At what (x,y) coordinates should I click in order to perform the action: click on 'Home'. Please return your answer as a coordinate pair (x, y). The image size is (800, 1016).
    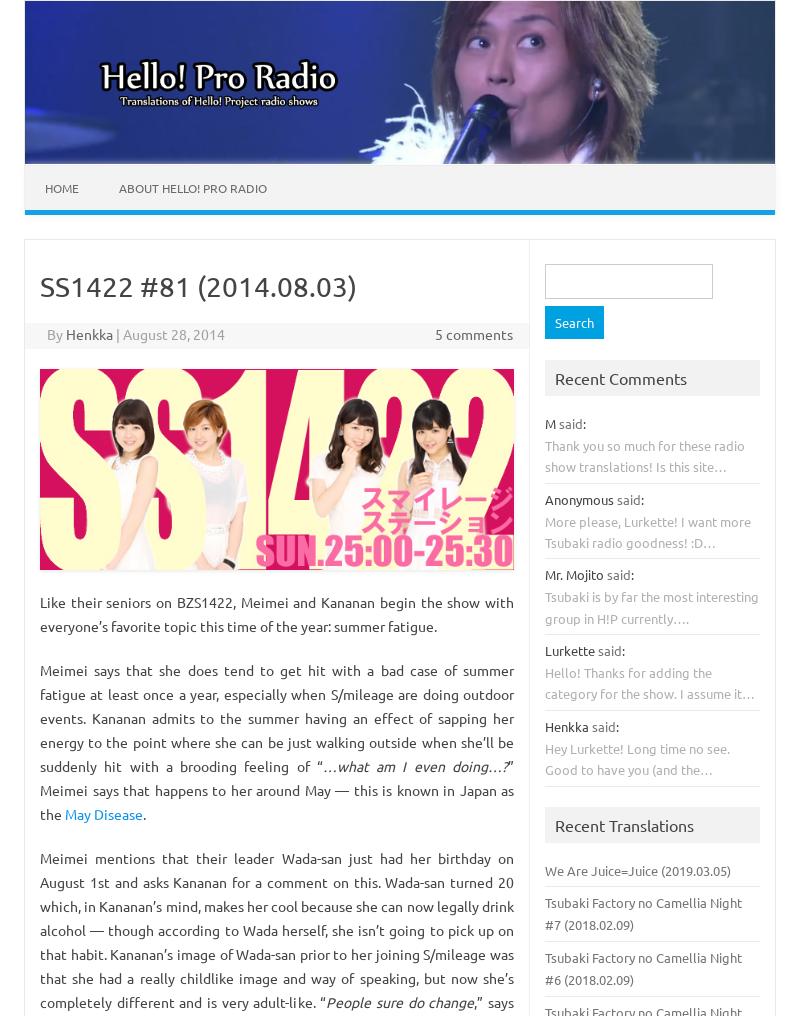
    Looking at the image, I should click on (61, 186).